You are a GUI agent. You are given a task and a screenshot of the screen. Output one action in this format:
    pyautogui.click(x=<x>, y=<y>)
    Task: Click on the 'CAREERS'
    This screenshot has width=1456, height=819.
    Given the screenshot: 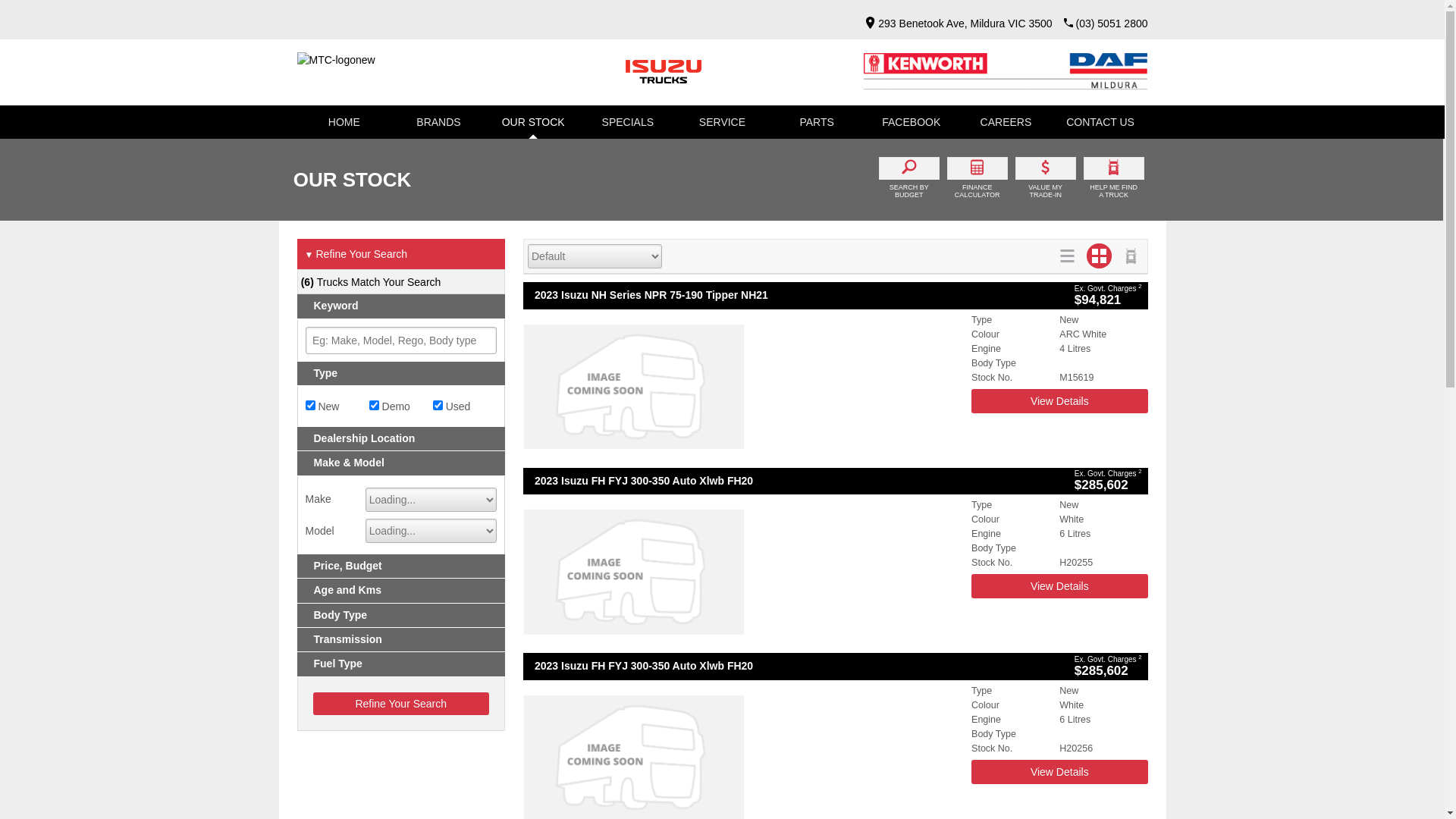 What is the action you would take?
    pyautogui.click(x=1006, y=121)
    